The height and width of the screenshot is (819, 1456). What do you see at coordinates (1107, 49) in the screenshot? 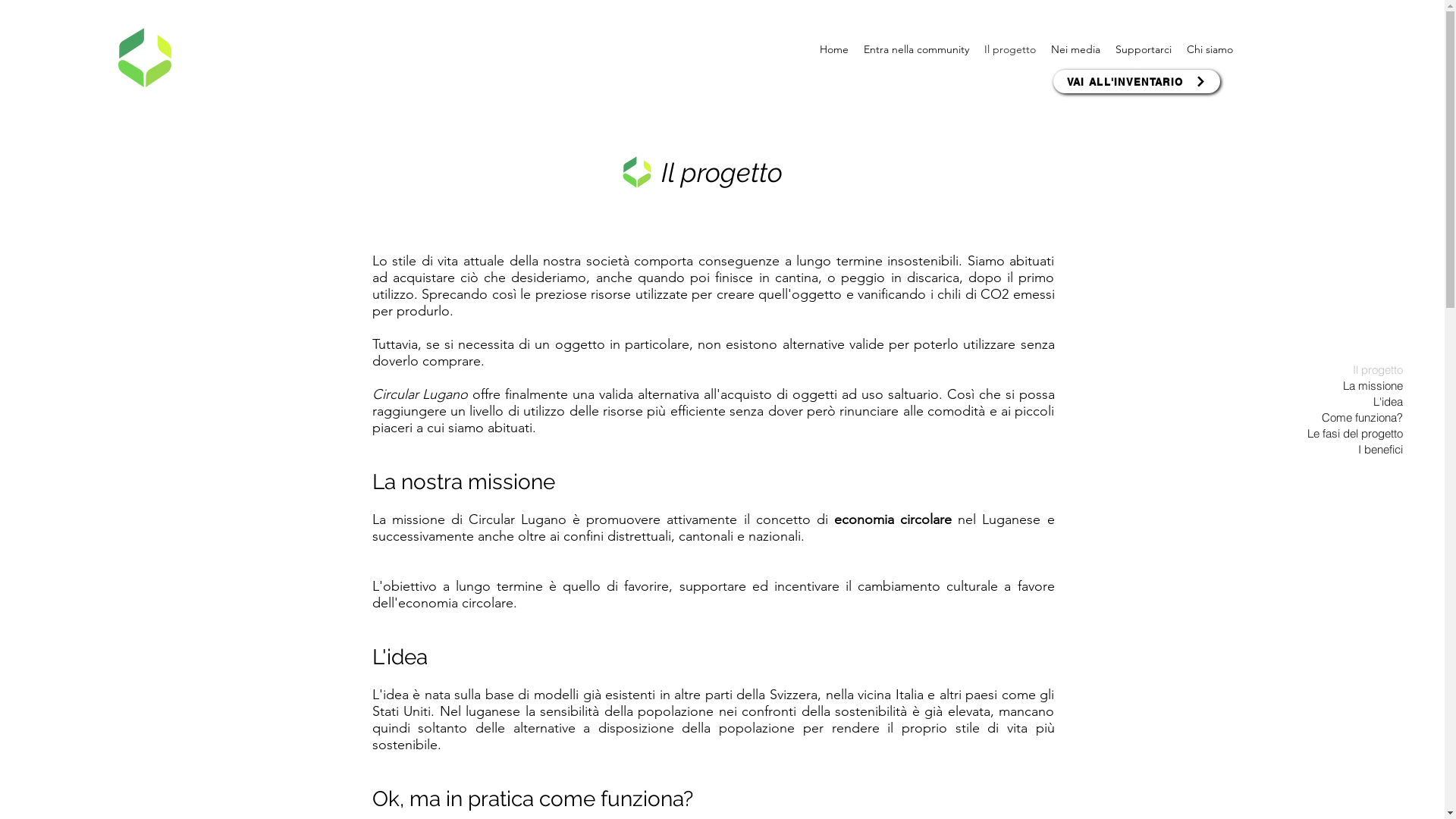
I see `'Supportarci'` at bounding box center [1107, 49].